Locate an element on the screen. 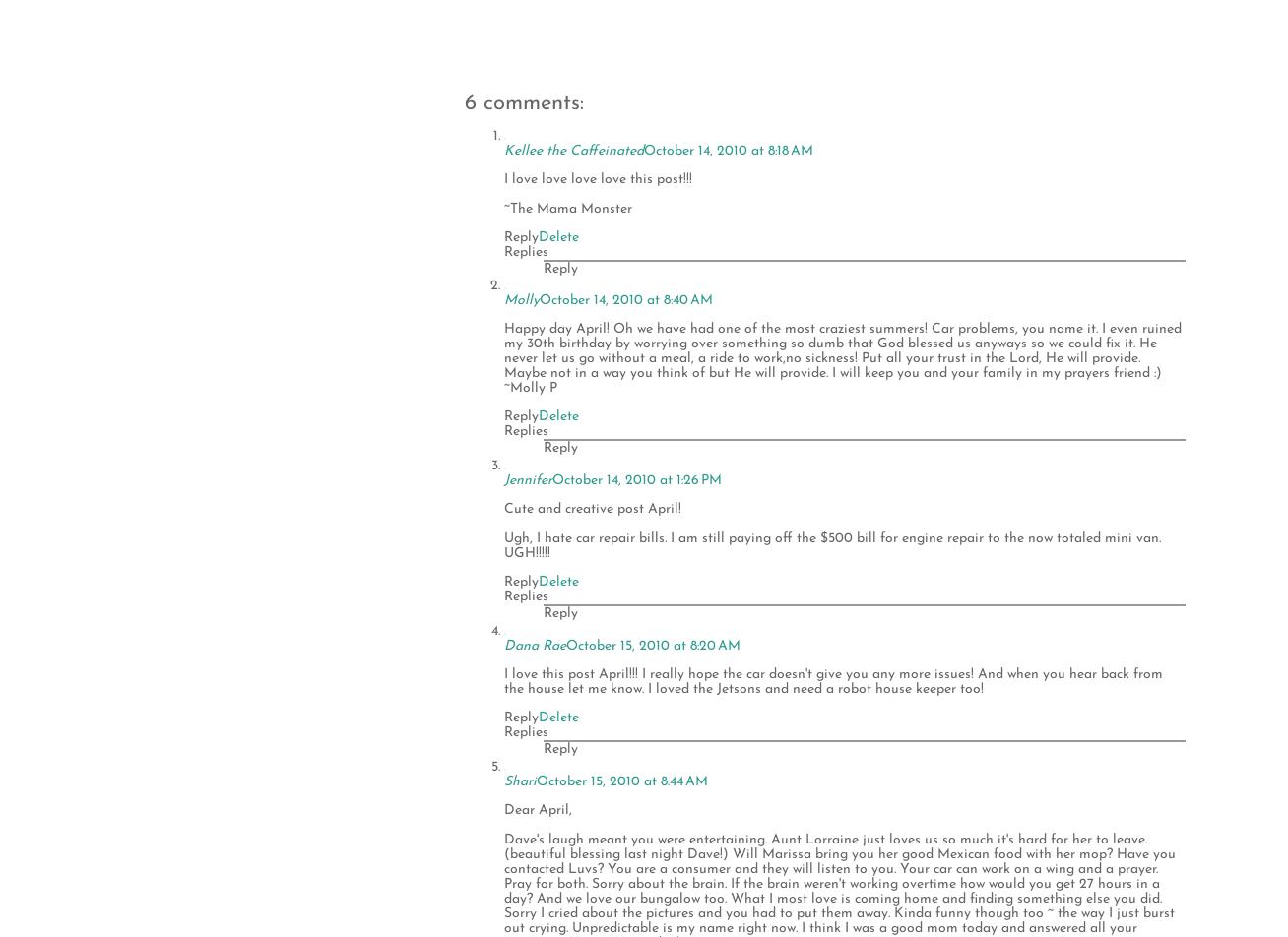  'Jennifer' is located at coordinates (528, 479).